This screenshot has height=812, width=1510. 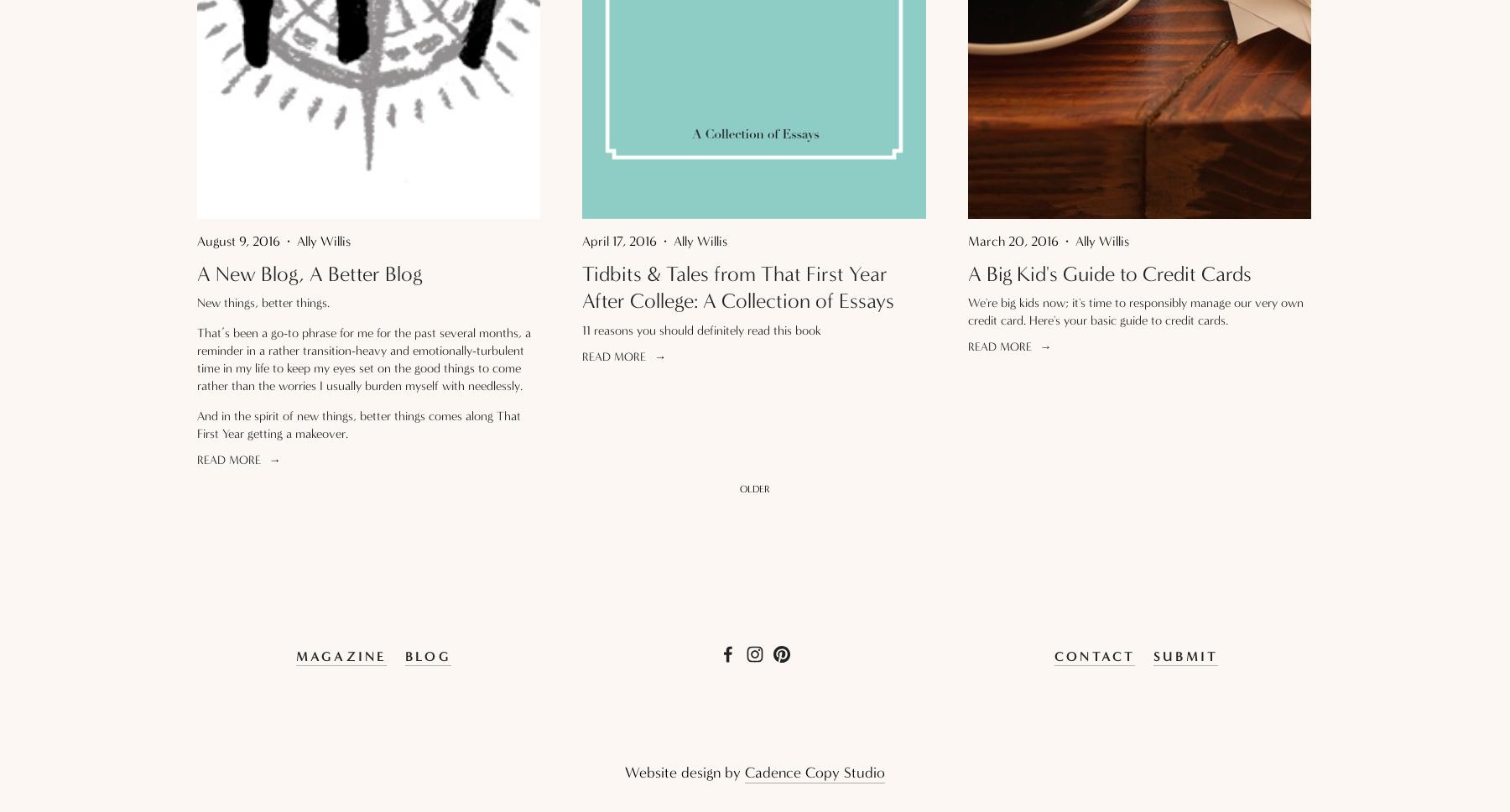 What do you see at coordinates (1185, 654) in the screenshot?
I see `'SUBMIT'` at bounding box center [1185, 654].